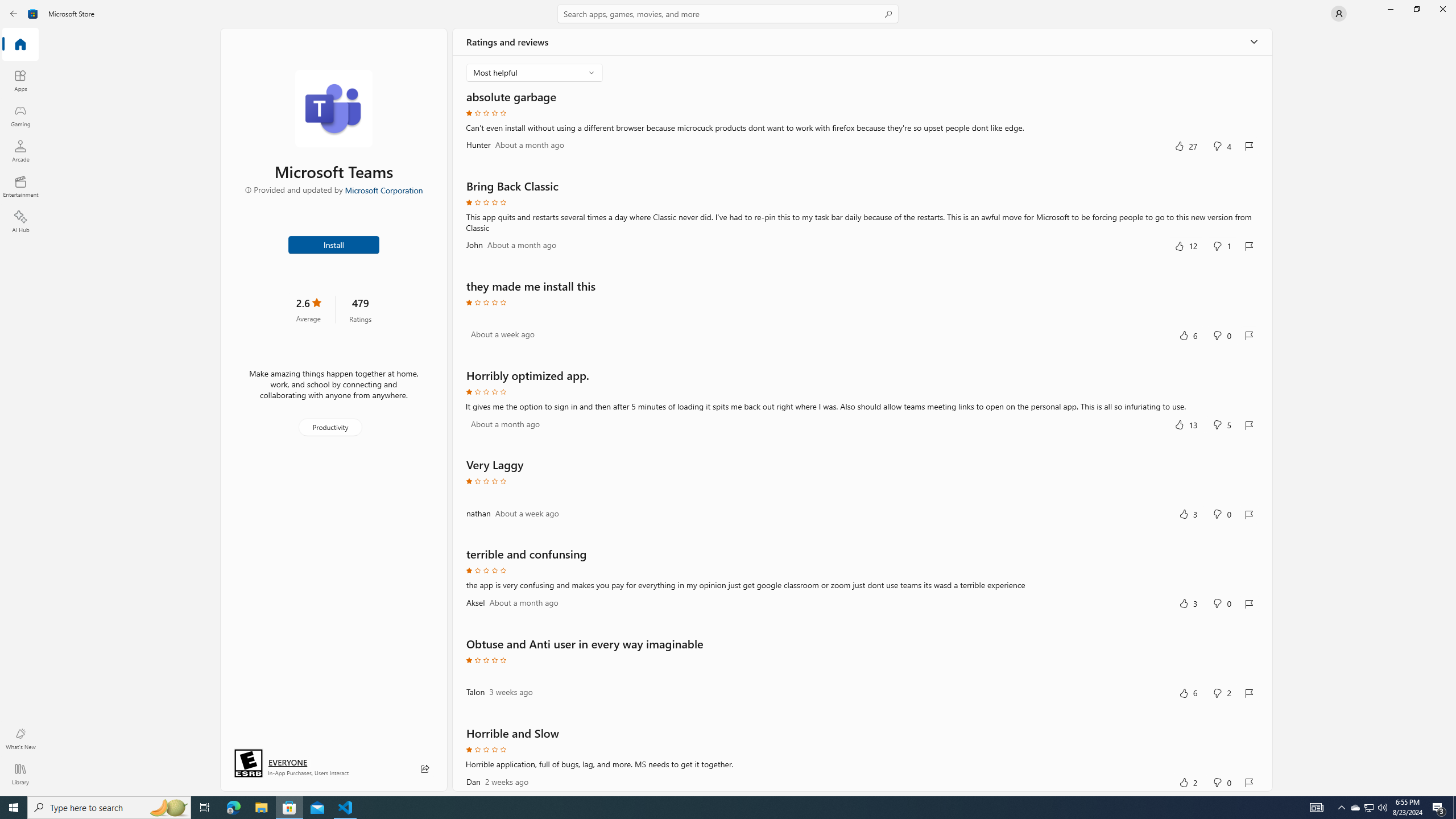 This screenshot has width=1456, height=819. Describe the element at coordinates (1222, 146) in the screenshot. I see `'No, this was not helpful. 4 votes.'` at that location.